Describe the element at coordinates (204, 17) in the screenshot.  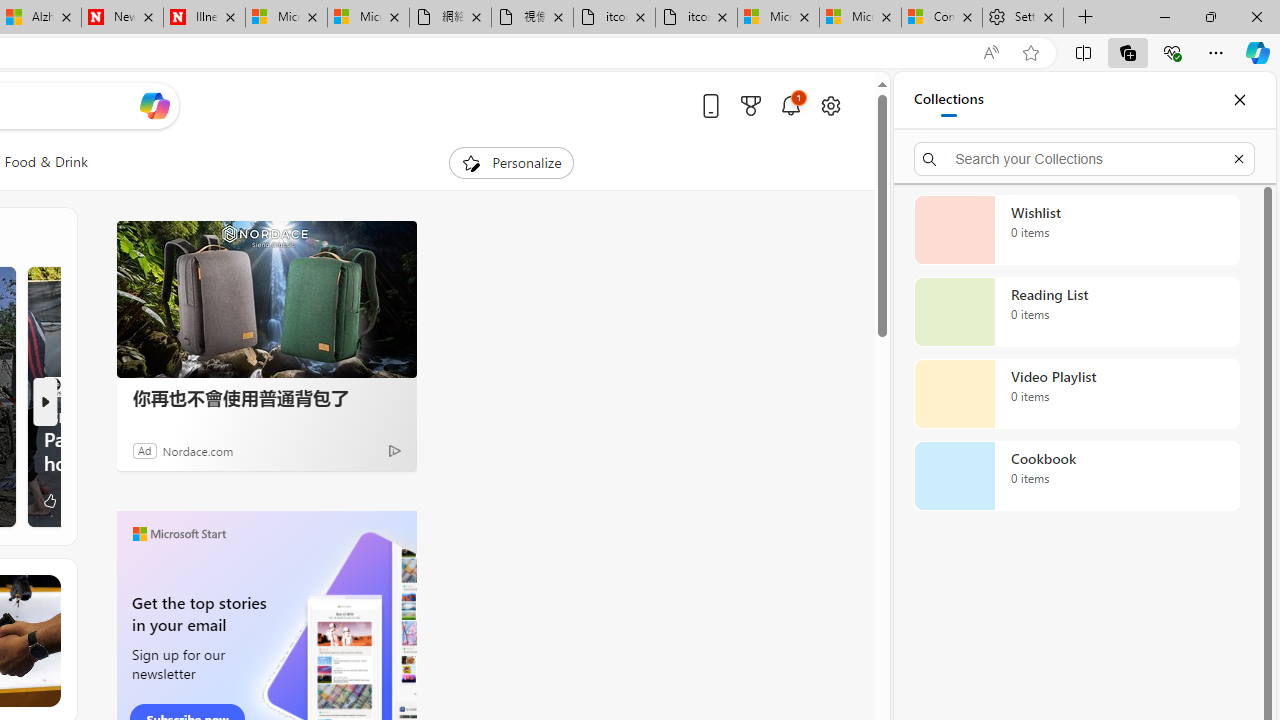
I see `'Illness news & latest pictures from Newsweek.com'` at that location.